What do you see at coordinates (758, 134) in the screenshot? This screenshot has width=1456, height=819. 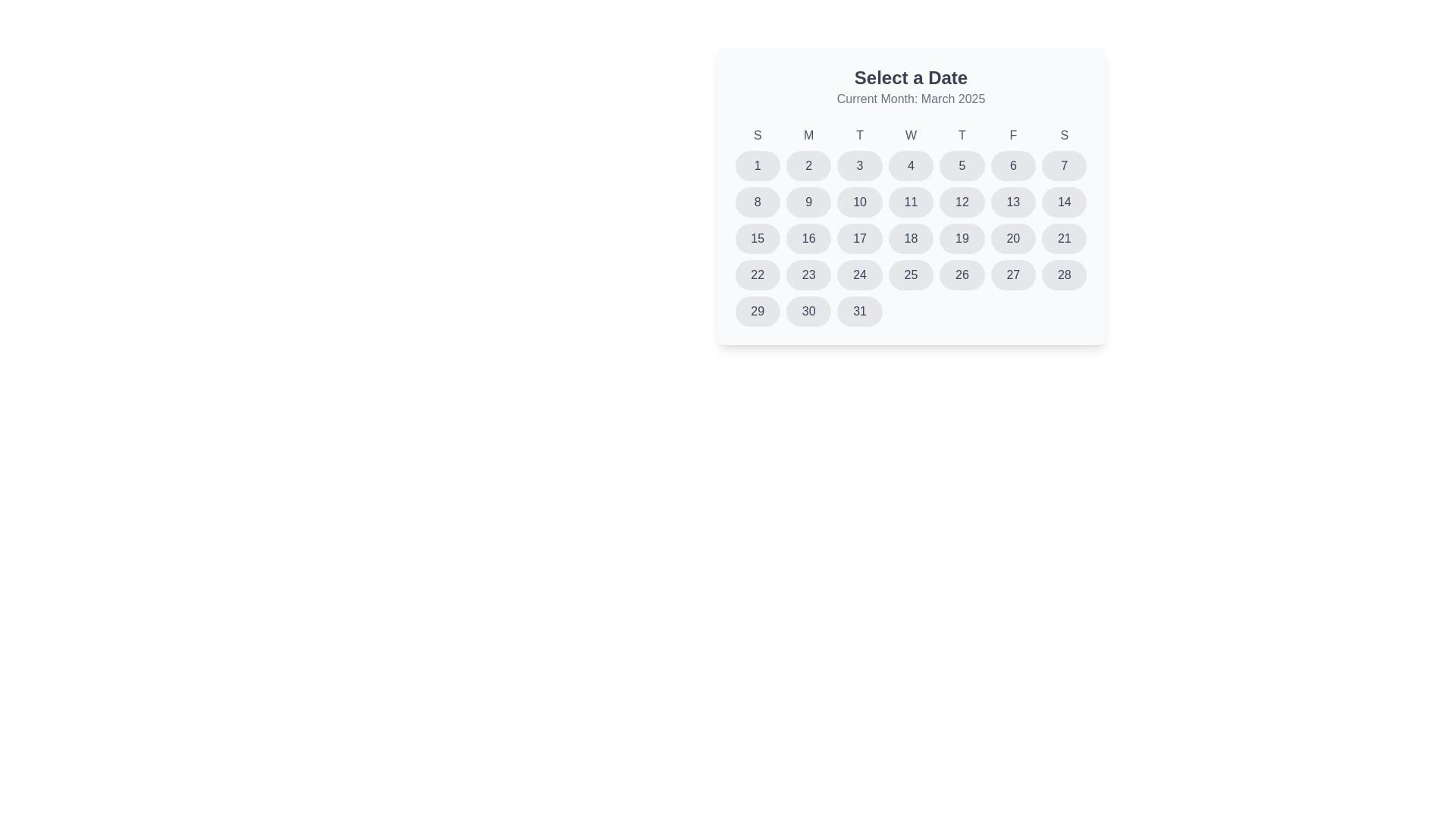 I see `the 'S' text label in the calendar grid that indicates Sundays` at bounding box center [758, 134].